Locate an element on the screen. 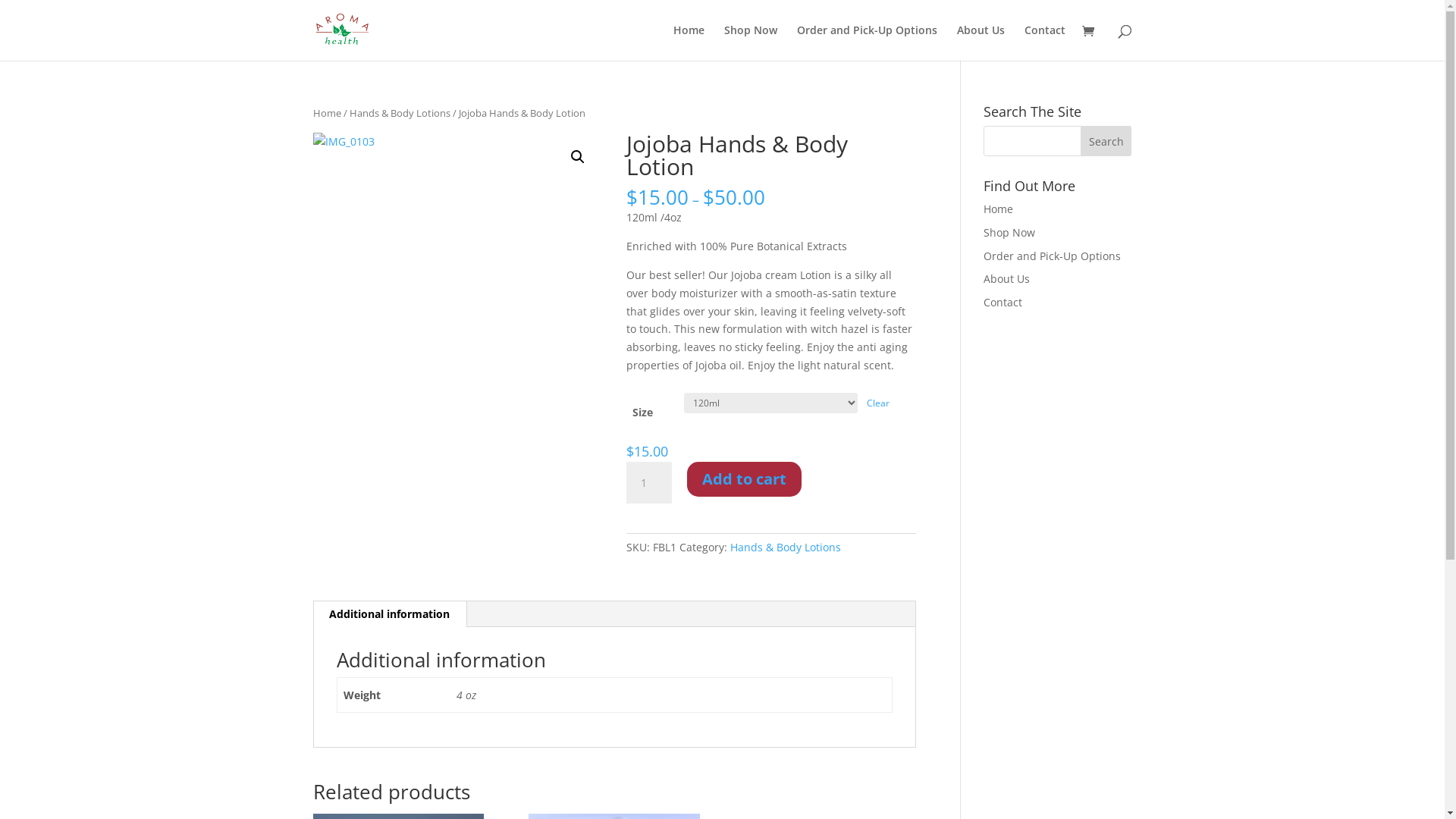 This screenshot has width=1456, height=819. 'Search' is located at coordinates (1106, 140).